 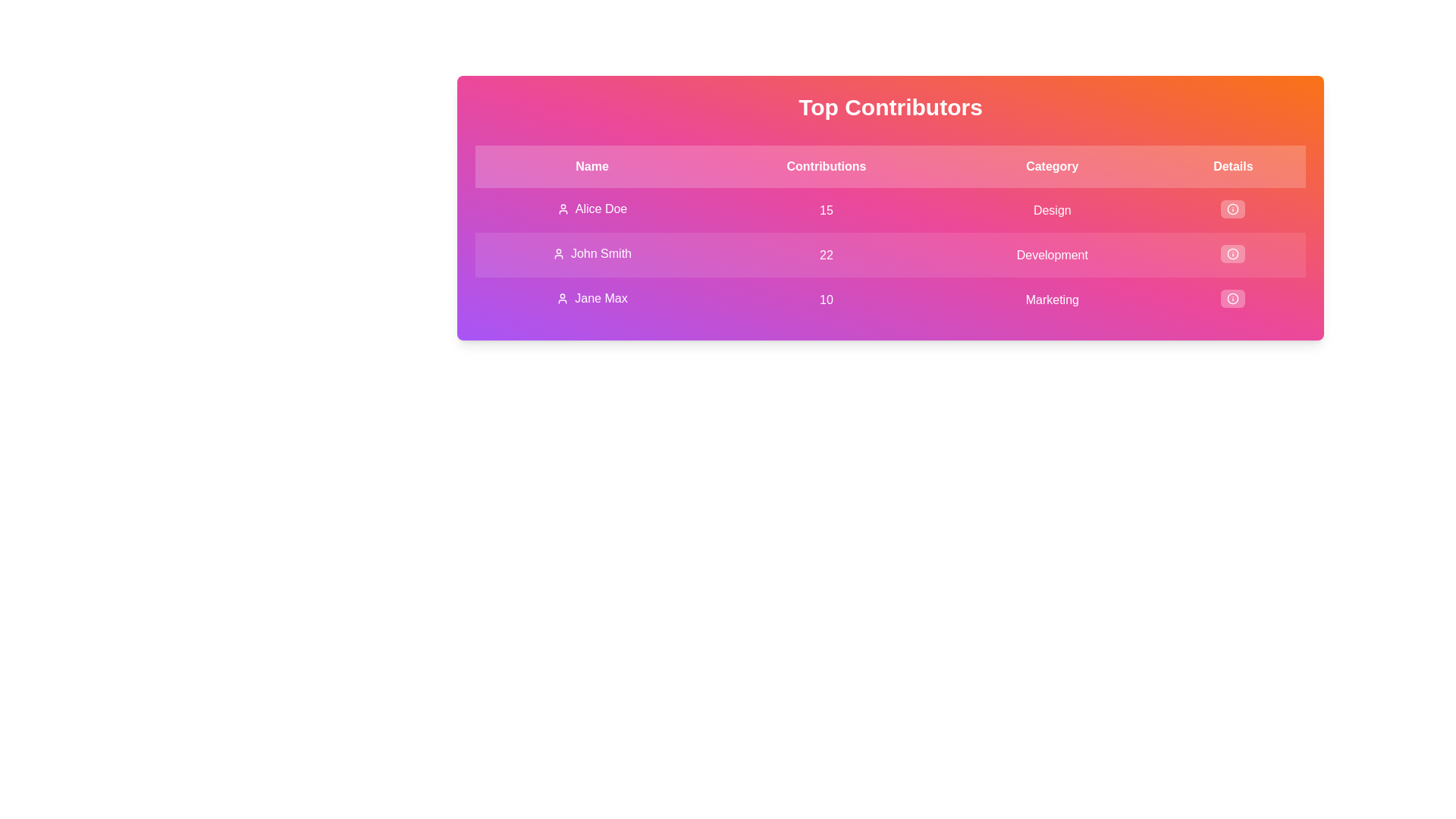 I want to click on the small, rounded rectangular button with a pinkish background located on the far right in the row corresponding to 'John Smith' under the 'Details' column in the table, which is the fourth sibling element in this row, so click(x=1233, y=254).